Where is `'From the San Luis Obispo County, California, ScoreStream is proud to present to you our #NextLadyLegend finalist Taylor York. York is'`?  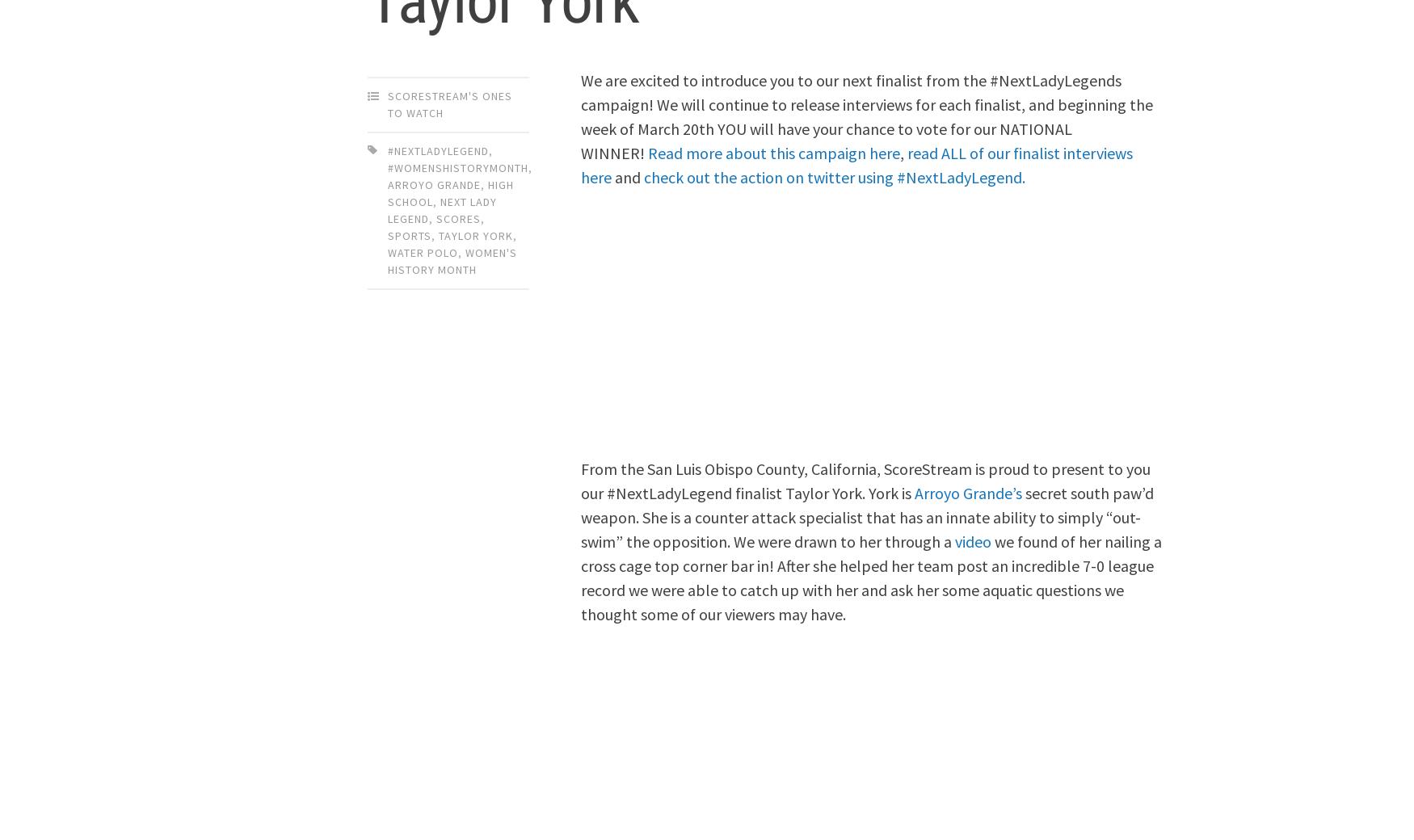 'From the San Luis Obispo County, California, ScoreStream is proud to present to you our #NextLadyLegend finalist Taylor York. York is' is located at coordinates (581, 479).